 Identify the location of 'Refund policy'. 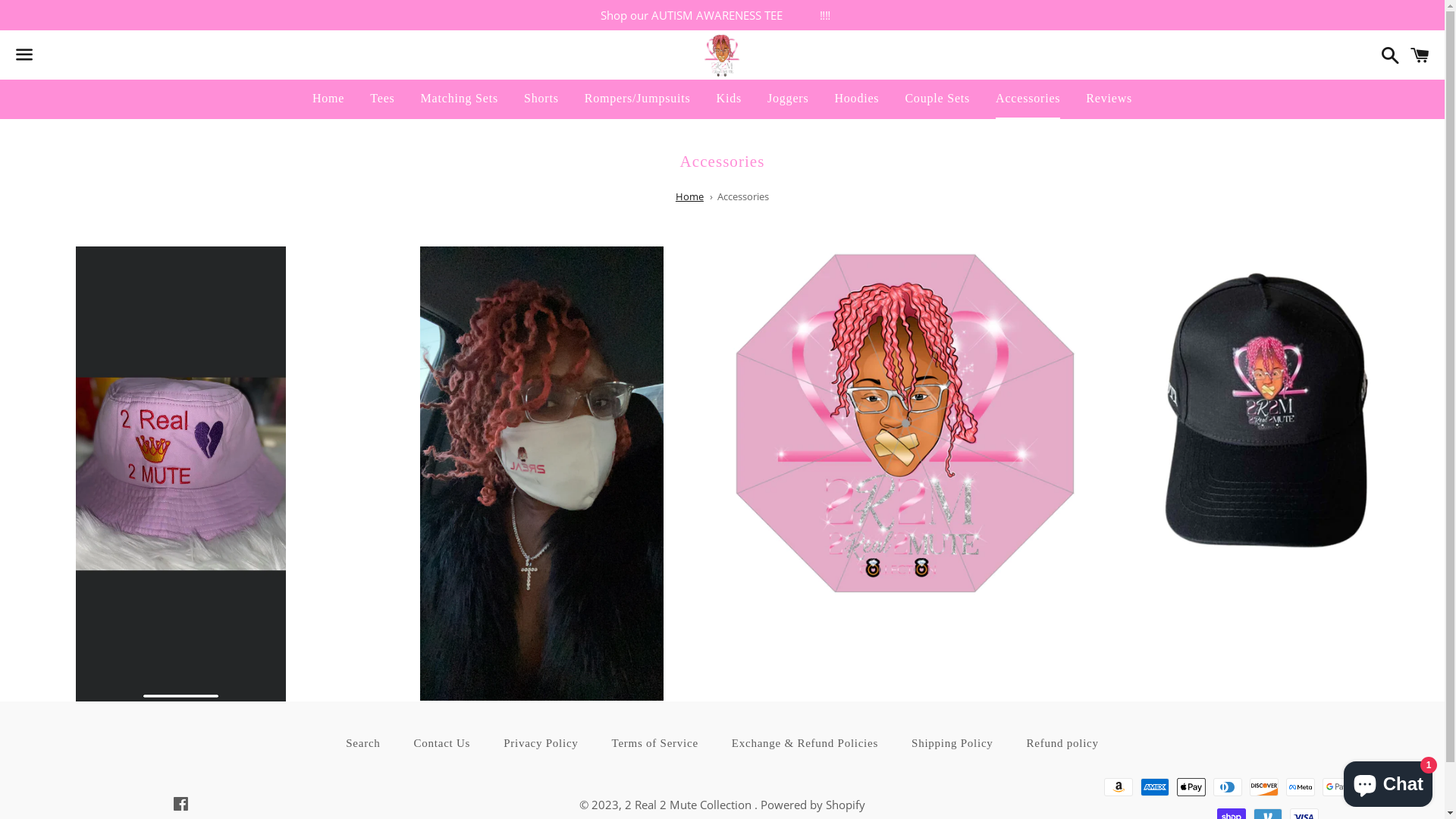
(1062, 742).